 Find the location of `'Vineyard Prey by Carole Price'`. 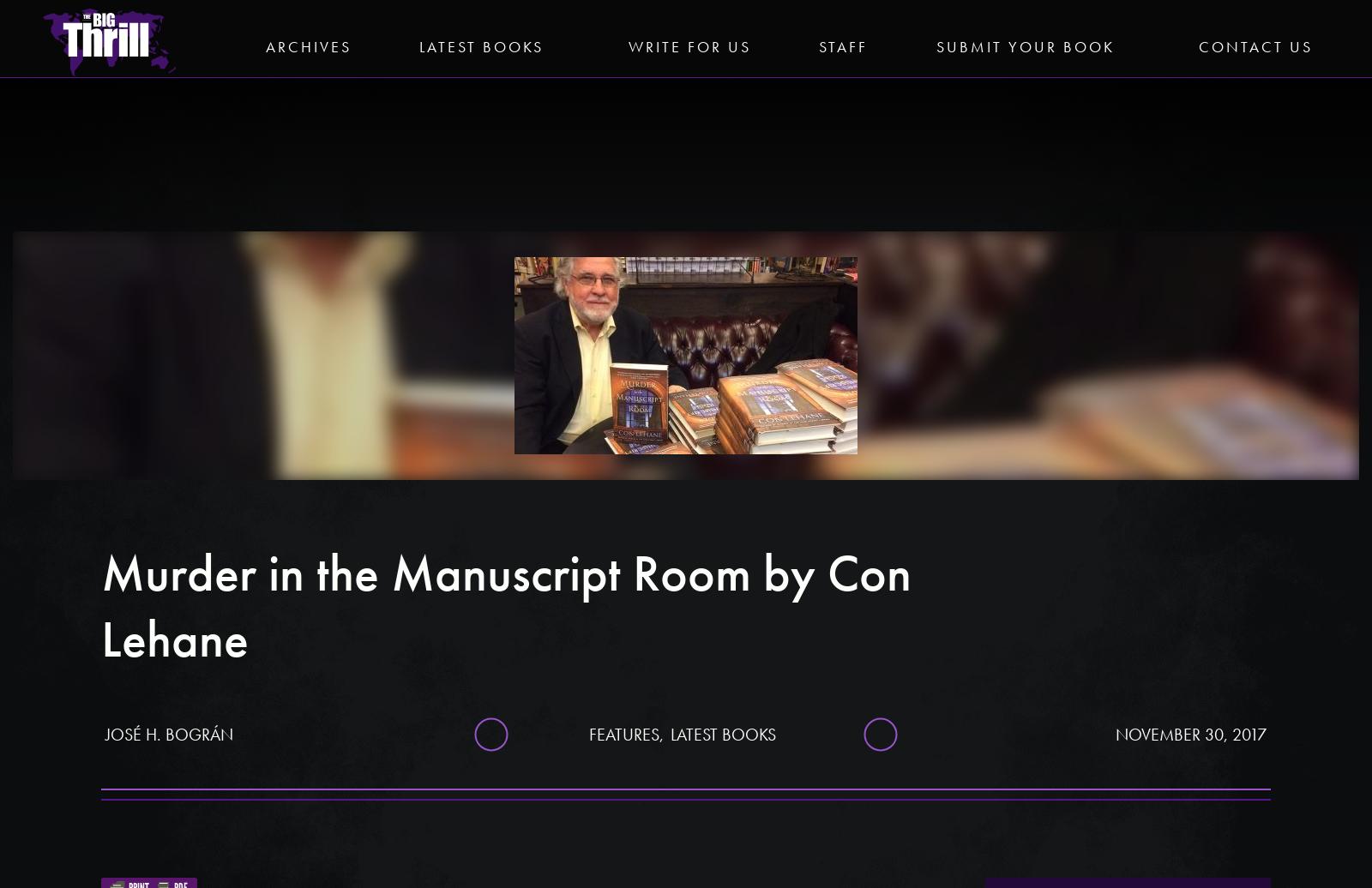

'Vineyard Prey by Carole Price' is located at coordinates (99, 412).